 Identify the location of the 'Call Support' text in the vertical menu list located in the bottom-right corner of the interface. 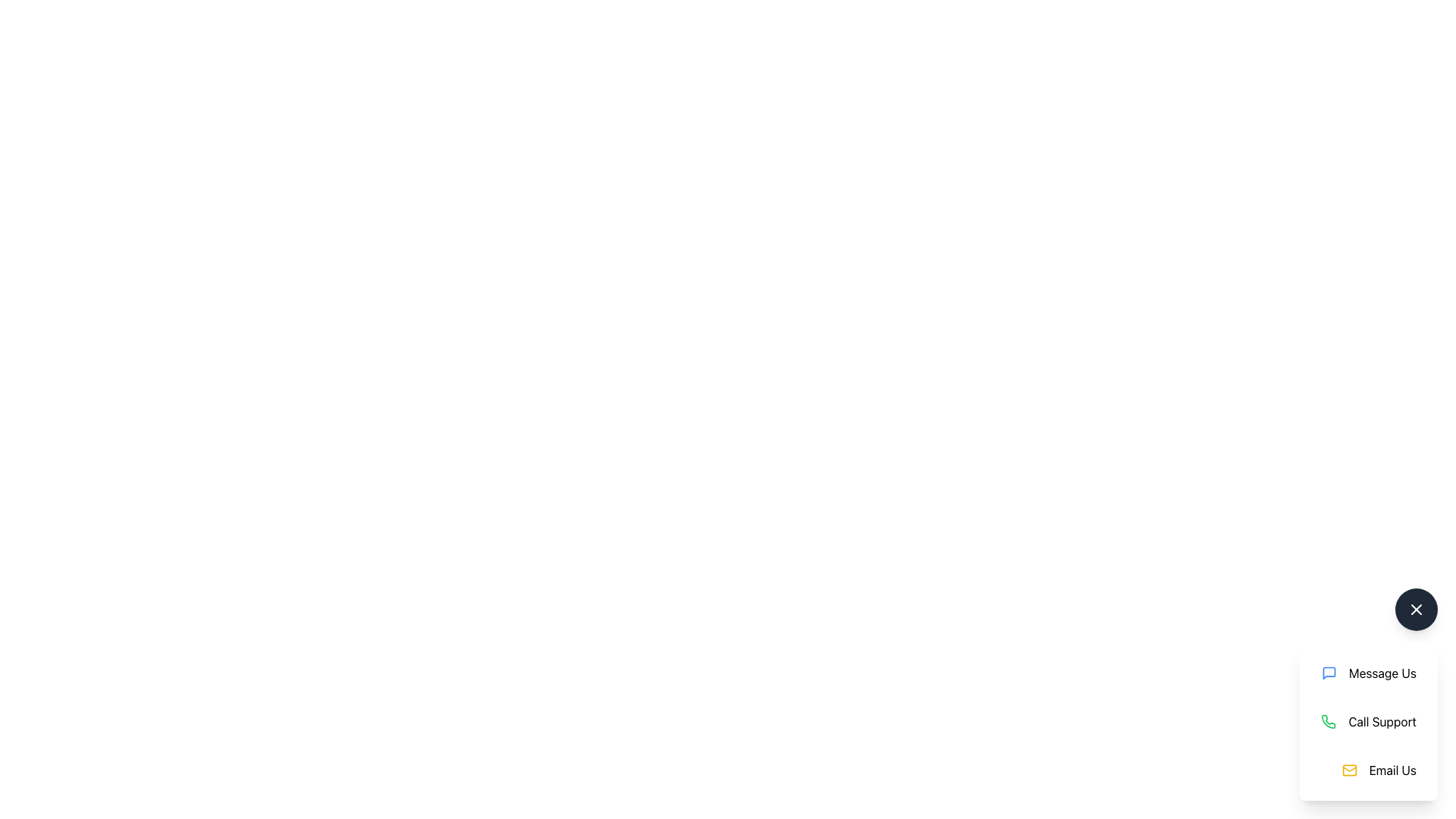
(1382, 721).